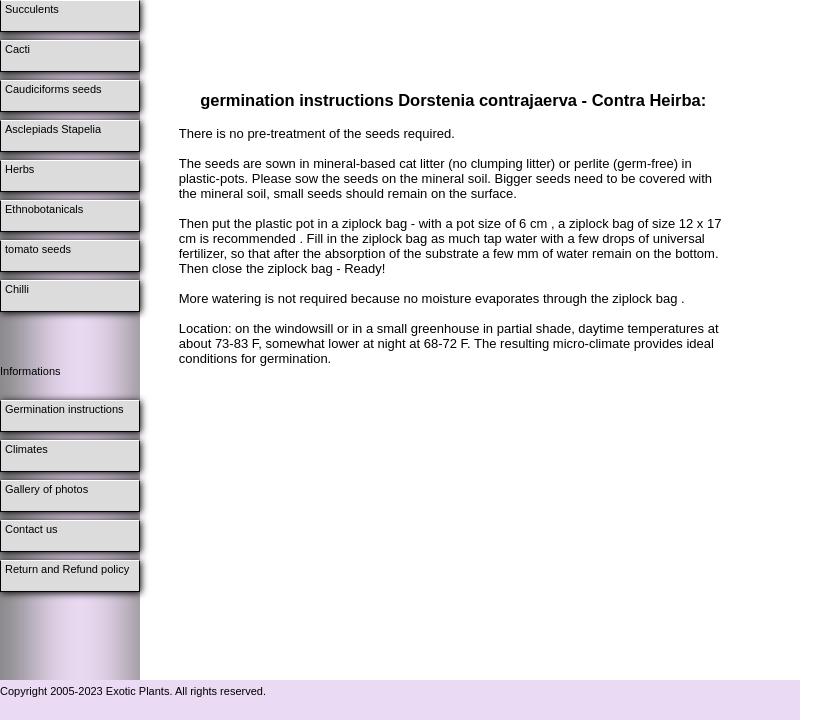  I want to click on 'The seeds are sown in mineral-based cat litter (no clumping litter) or perlite (germ-free) in plastic-pots.
Please sow the seeds on the mineral soil. Bigger seeds need to be covered with the mineral soil, small seeds should remain on the surface.', so click(177, 177).